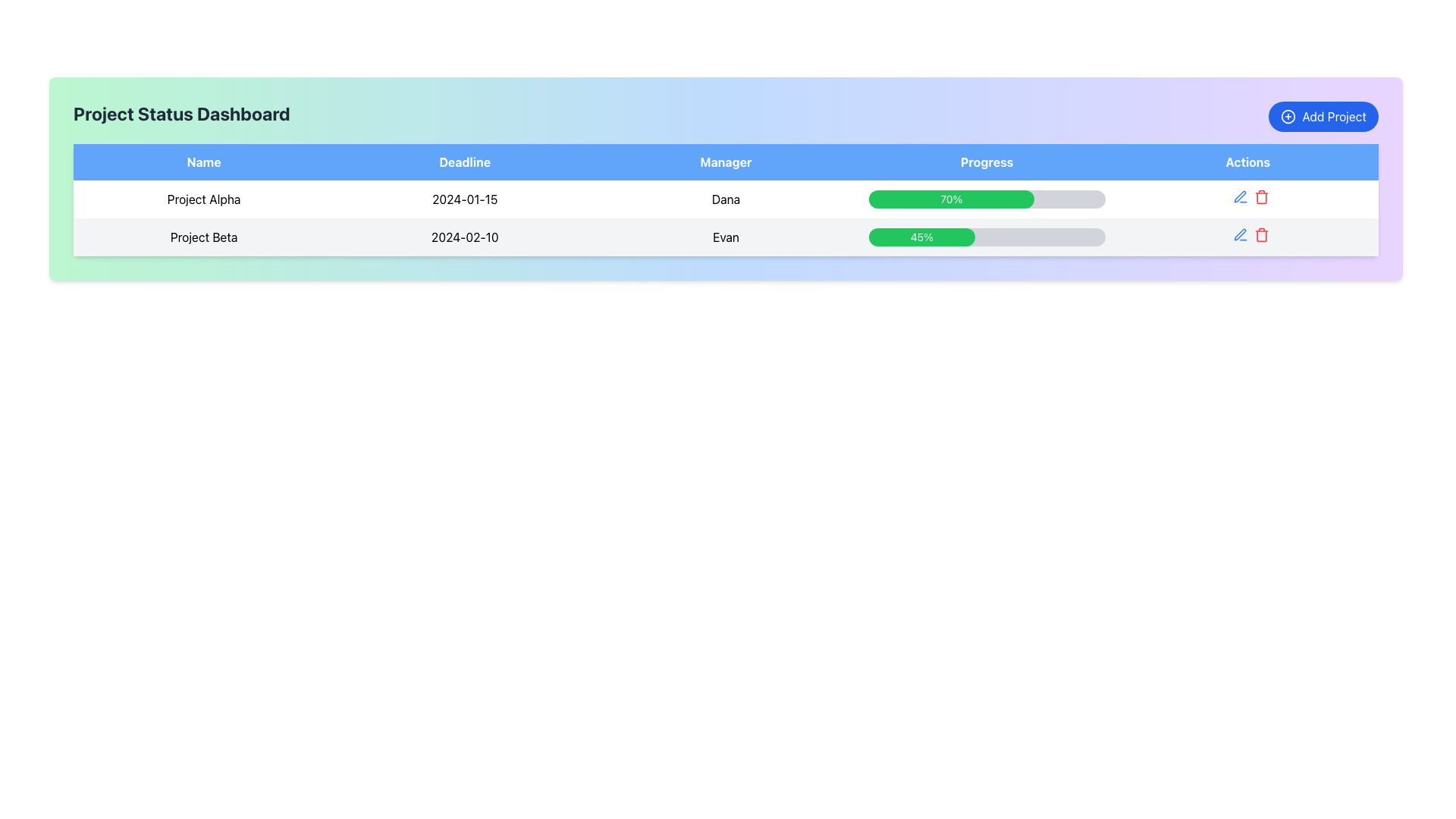 Image resolution: width=1456 pixels, height=819 pixels. What do you see at coordinates (1240, 196) in the screenshot?
I see `the blue outlined pen-like icon in the Actions column of the Project Beta row in the table` at bounding box center [1240, 196].